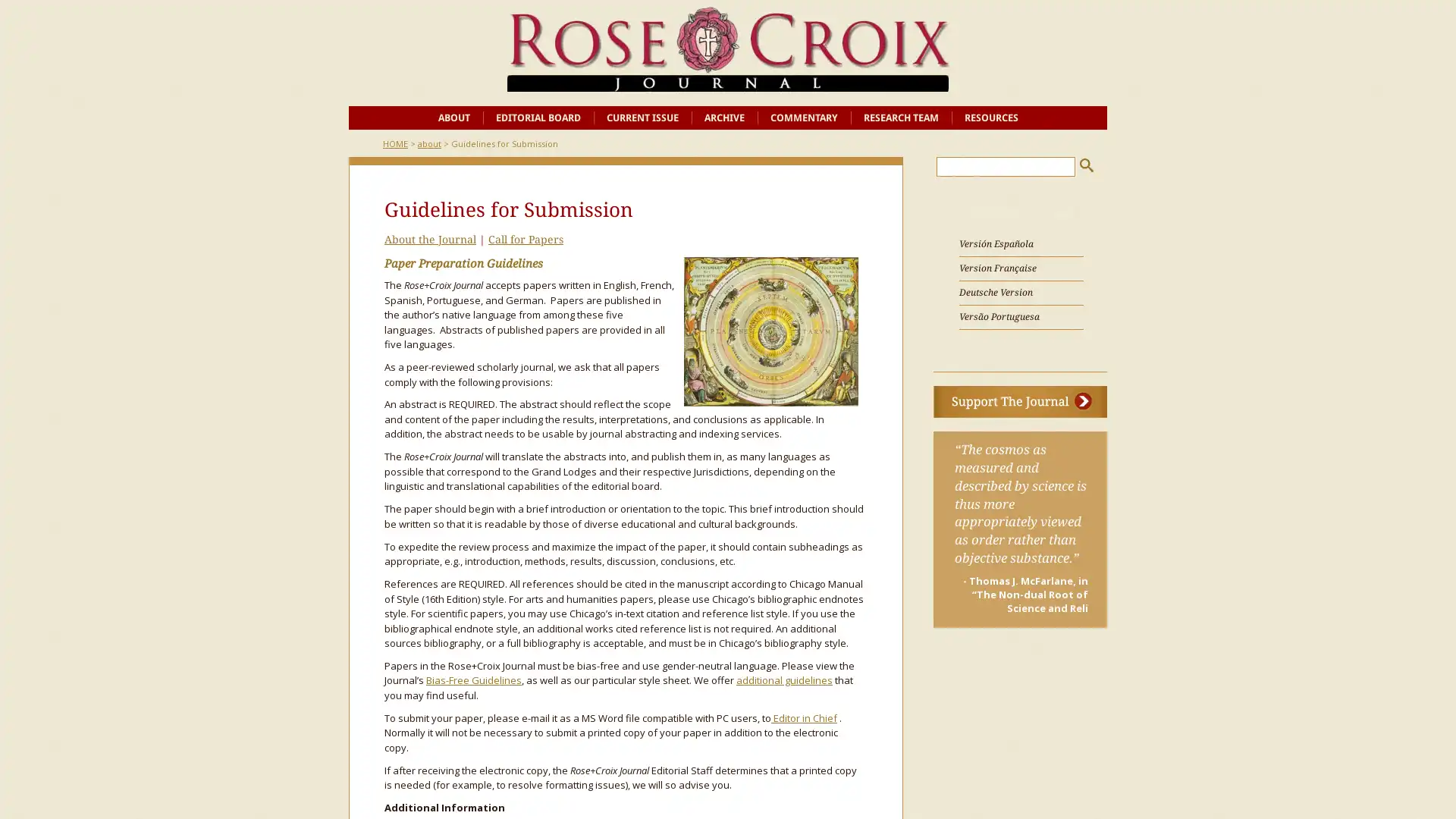 The image size is (1456, 819). Describe the element at coordinates (1086, 165) in the screenshot. I see `search` at that location.